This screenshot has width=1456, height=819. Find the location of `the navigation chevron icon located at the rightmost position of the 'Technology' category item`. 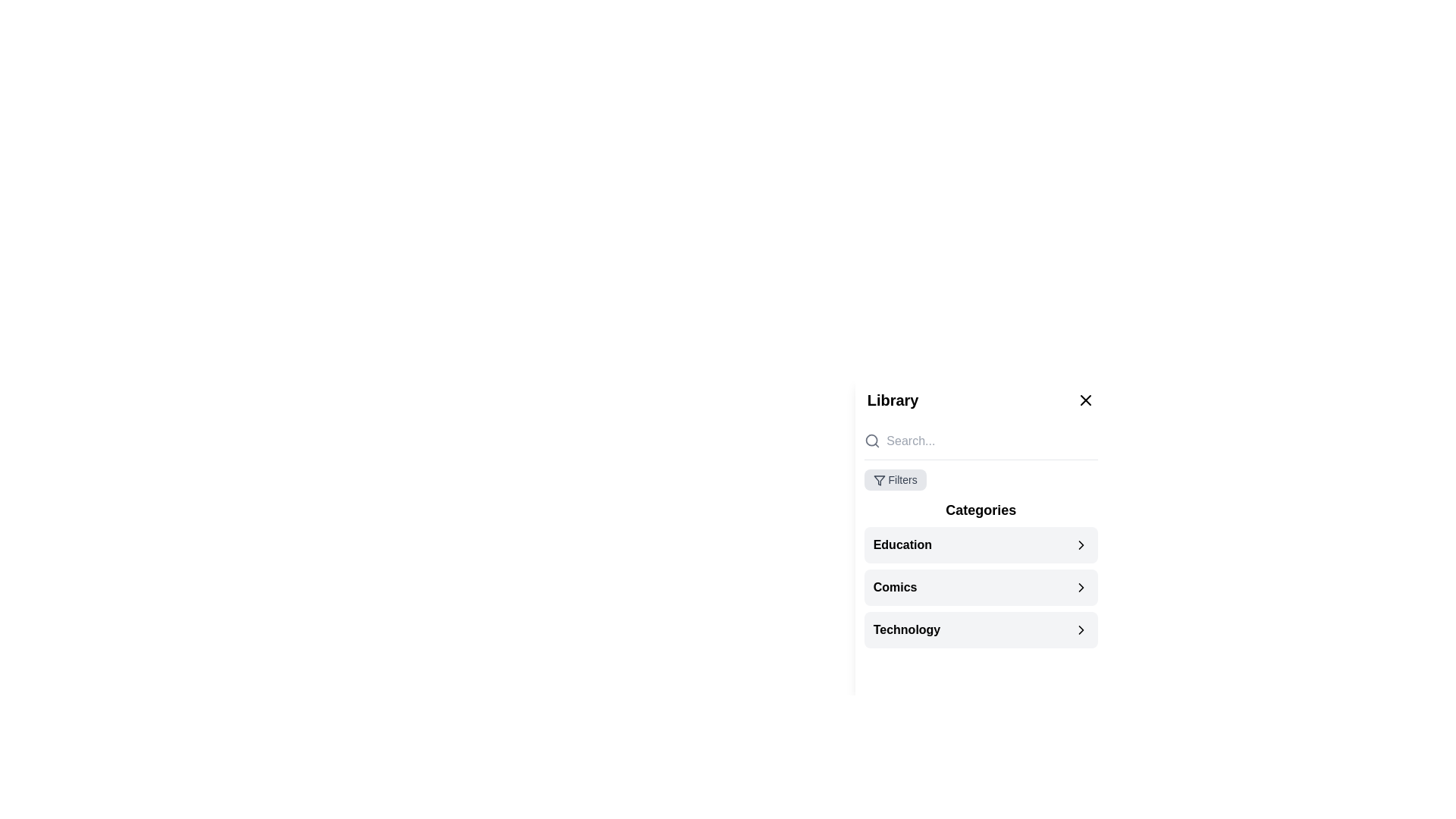

the navigation chevron icon located at the rightmost position of the 'Technology' category item is located at coordinates (1080, 629).